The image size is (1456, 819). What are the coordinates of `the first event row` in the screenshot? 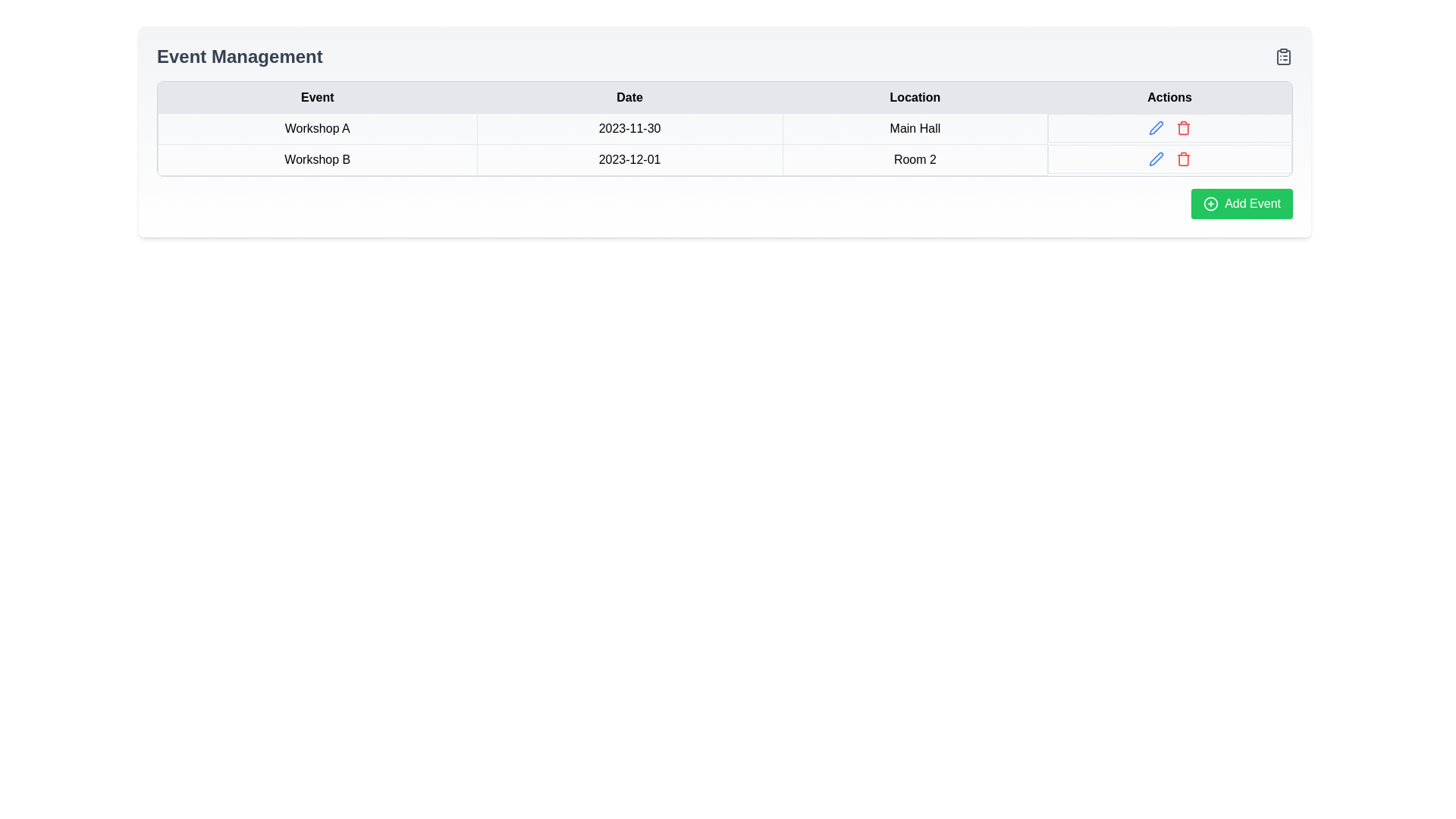 It's located at (723, 144).